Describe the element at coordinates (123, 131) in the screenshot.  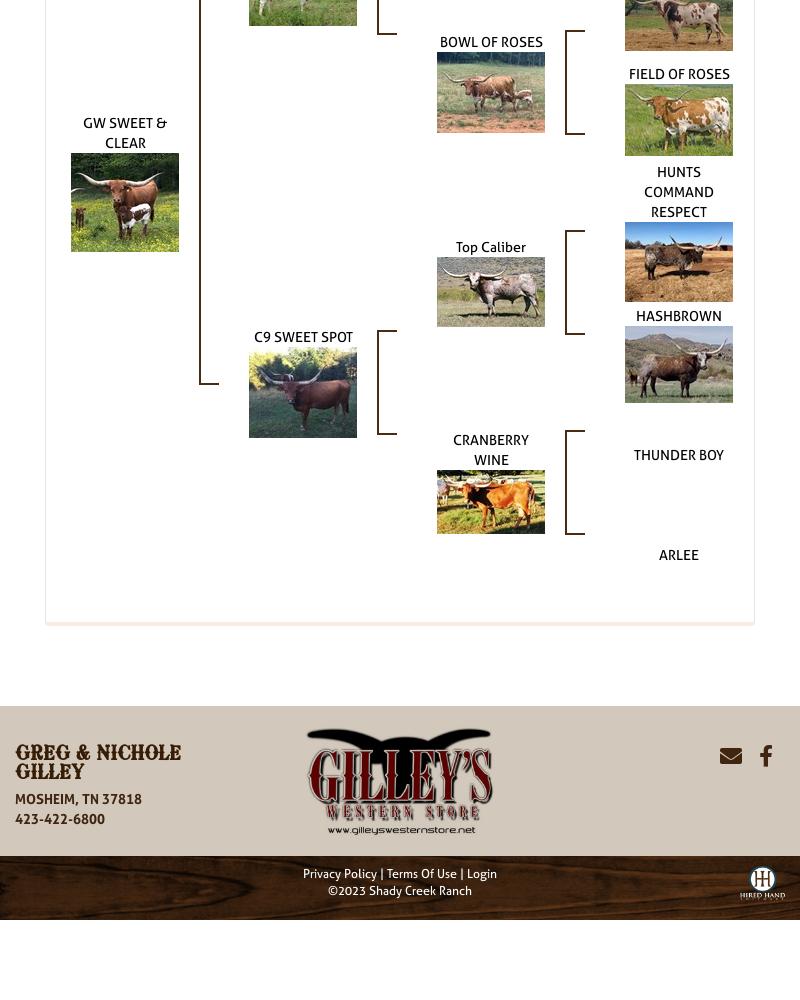
I see `'GW SWEET & CLEAR'` at that location.